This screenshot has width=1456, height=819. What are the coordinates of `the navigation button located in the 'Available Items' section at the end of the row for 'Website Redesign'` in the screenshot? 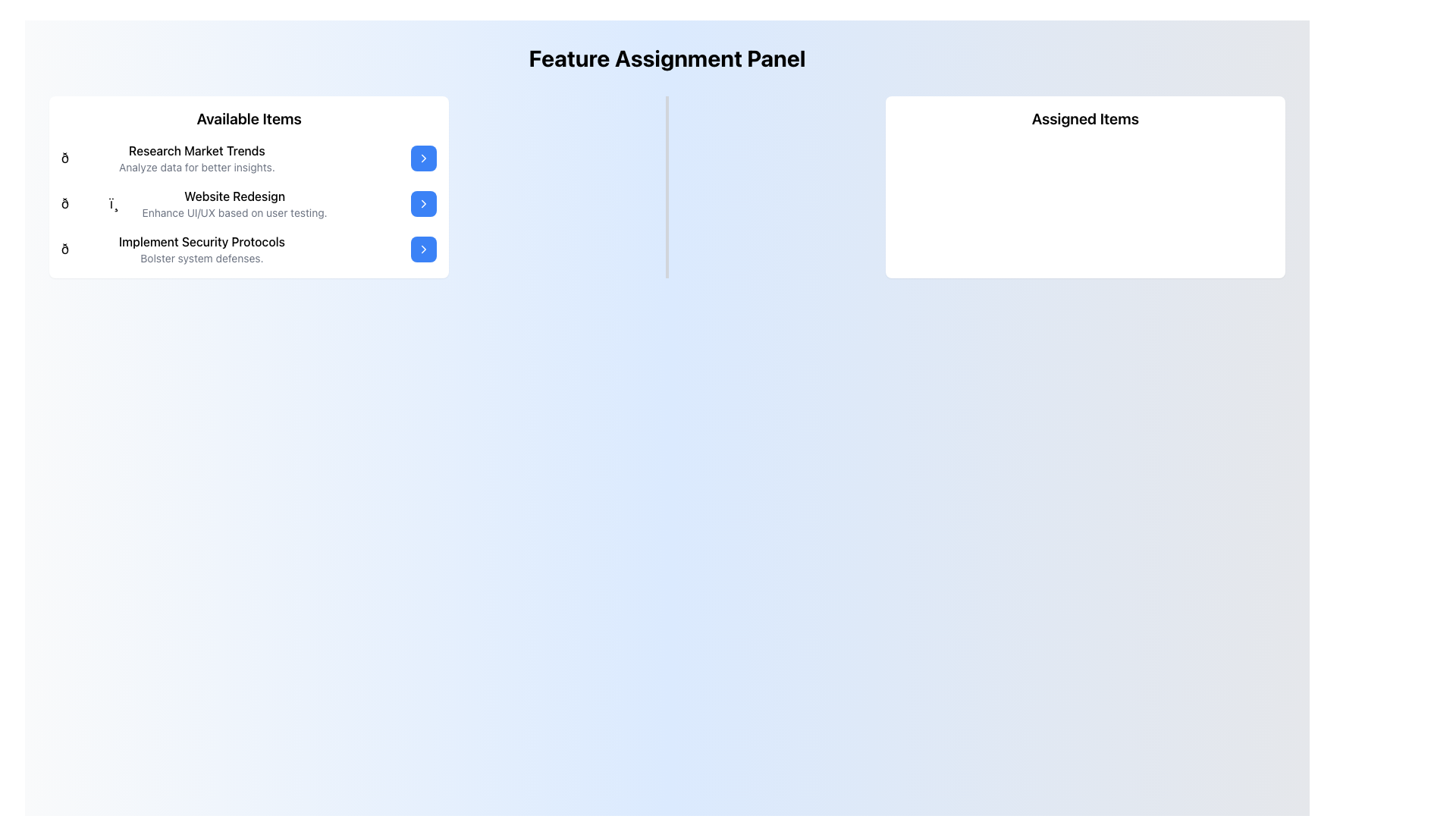 It's located at (424, 203).